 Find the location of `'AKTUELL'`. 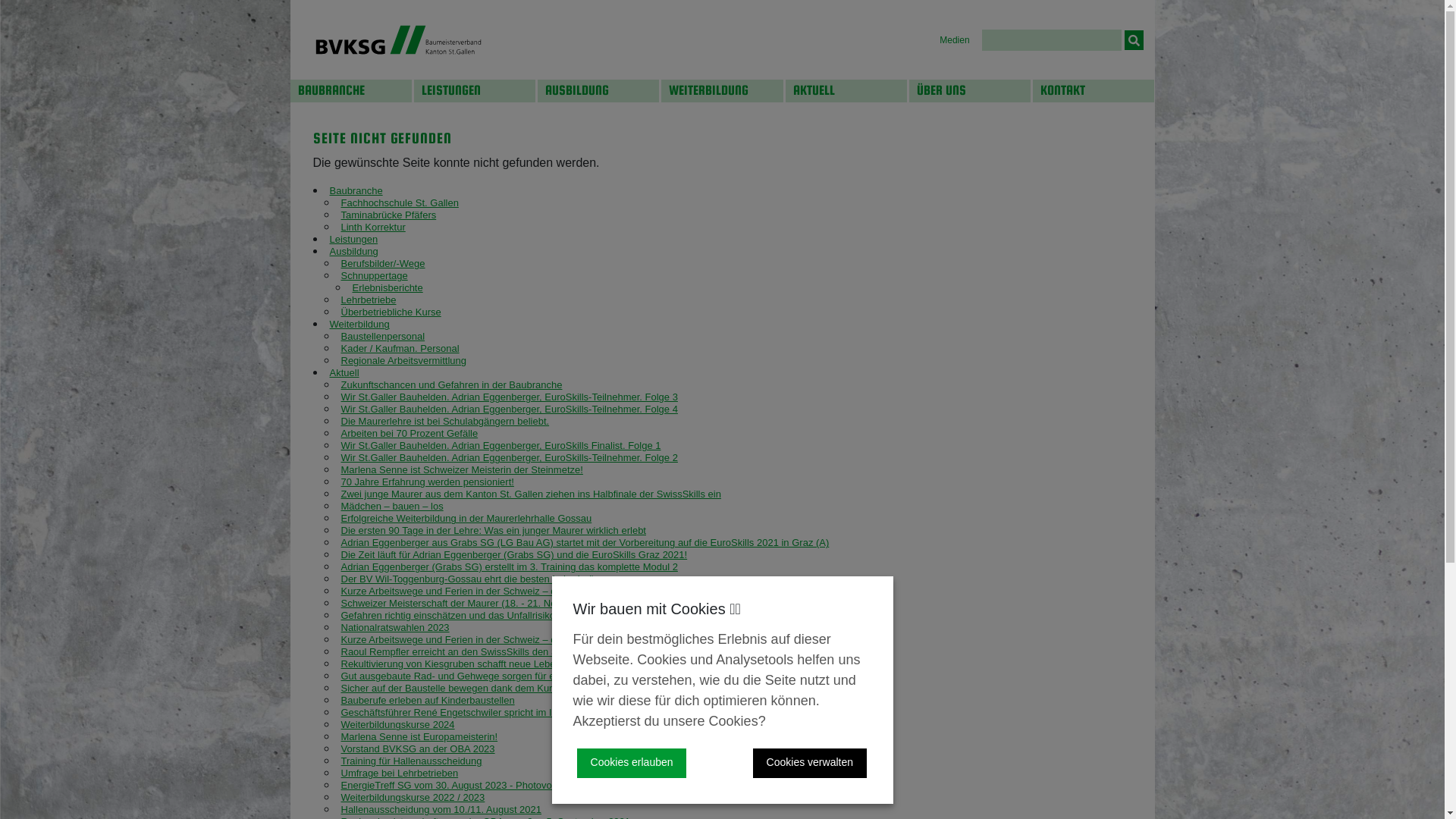

'AKTUELL' is located at coordinates (846, 90).